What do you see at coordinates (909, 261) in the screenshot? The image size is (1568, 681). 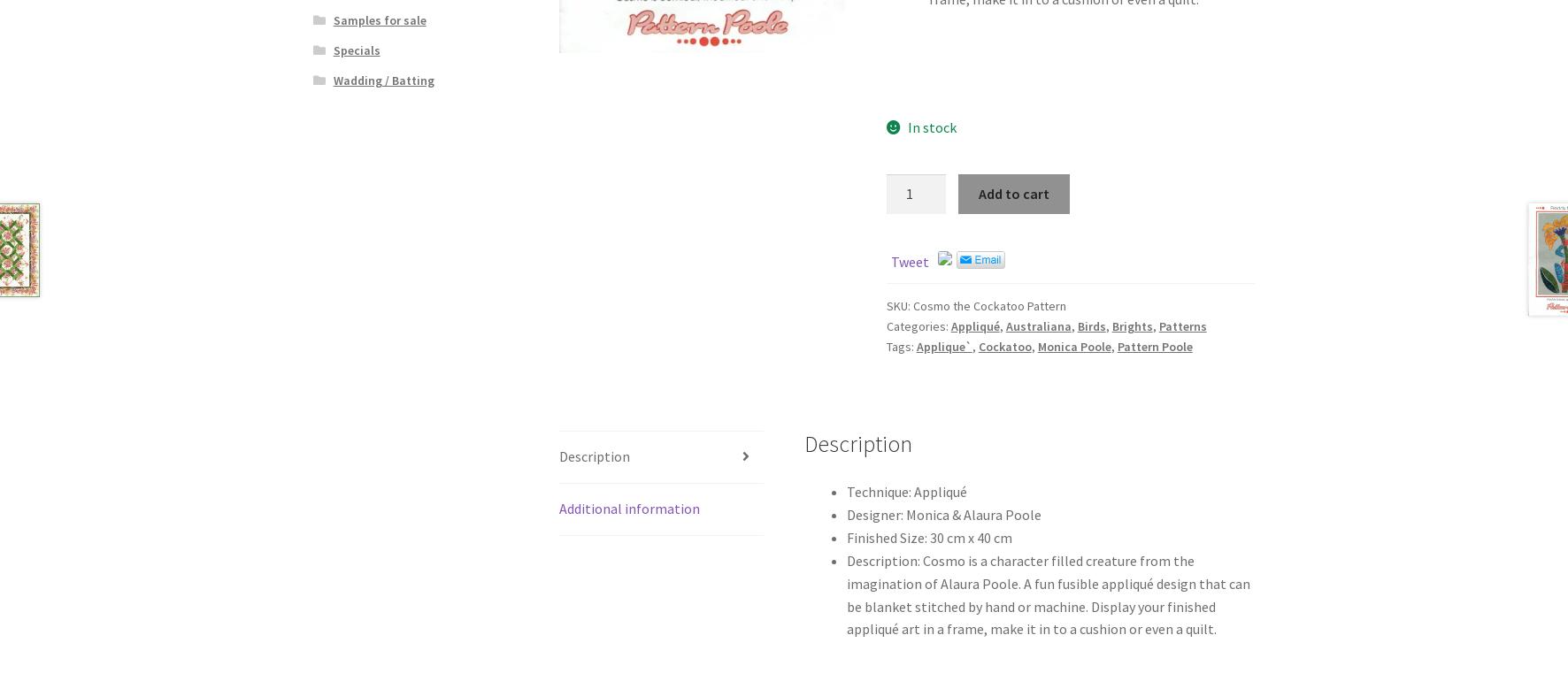 I see `'Tweet'` at bounding box center [909, 261].